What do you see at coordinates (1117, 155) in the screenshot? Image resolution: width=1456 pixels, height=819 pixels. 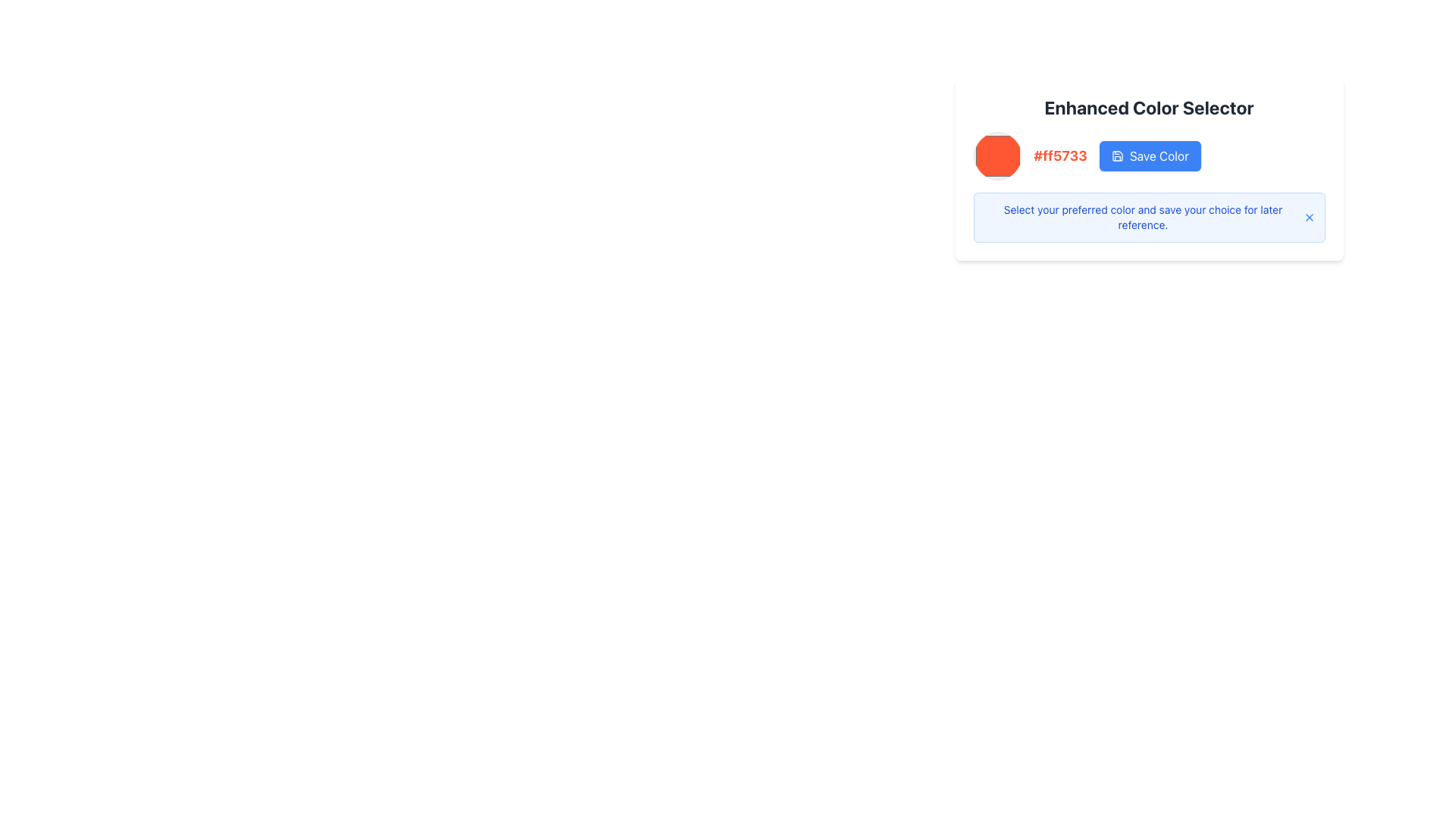 I see `the save icon, which is a simplified outline of a floppy disk, located immediately to the left of the 'Save Color' text` at bounding box center [1117, 155].